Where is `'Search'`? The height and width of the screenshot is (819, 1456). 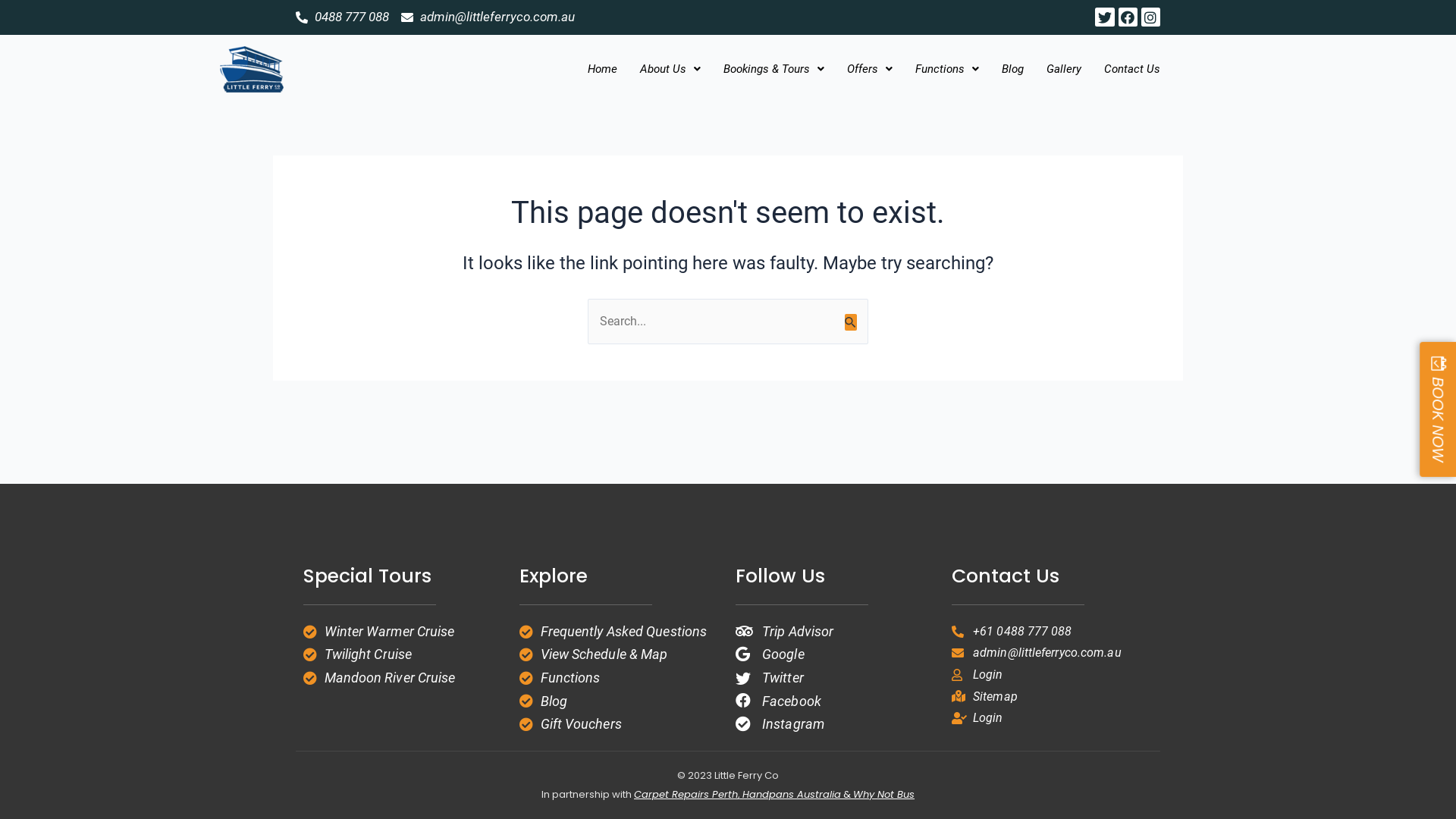
'Search' is located at coordinates (851, 314).